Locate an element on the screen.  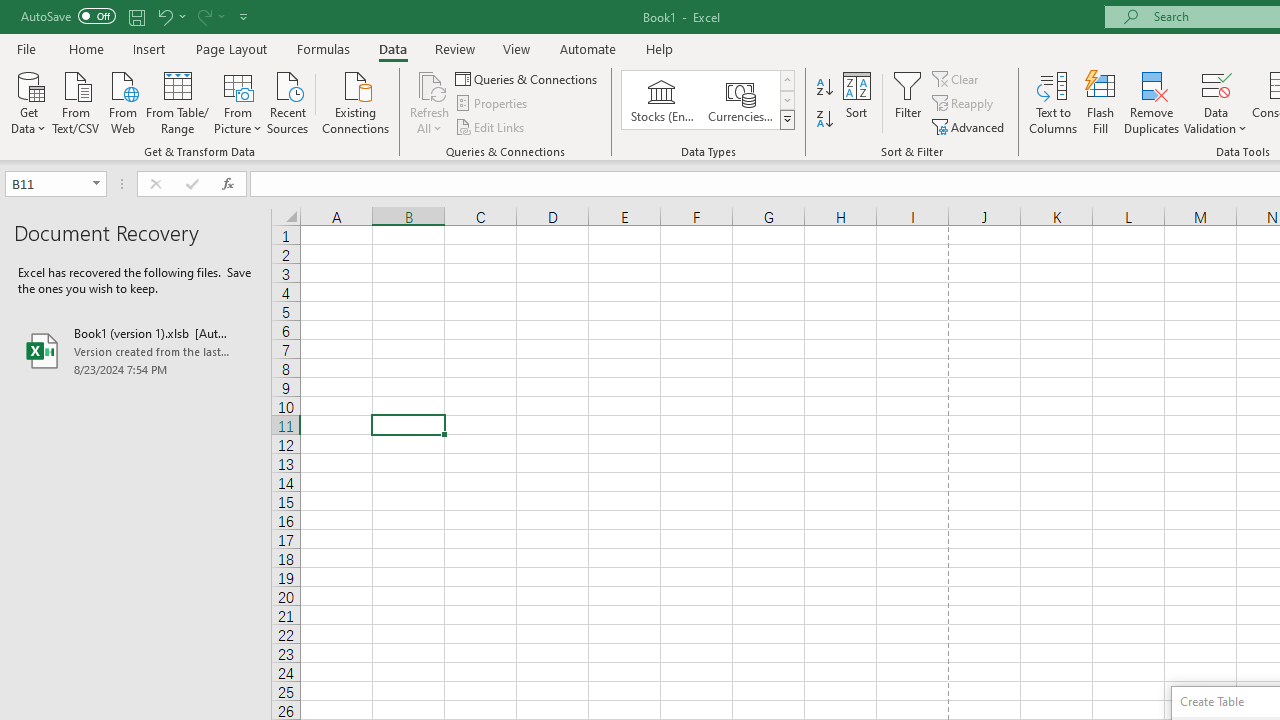
'Currencies (English)' is located at coordinates (739, 100).